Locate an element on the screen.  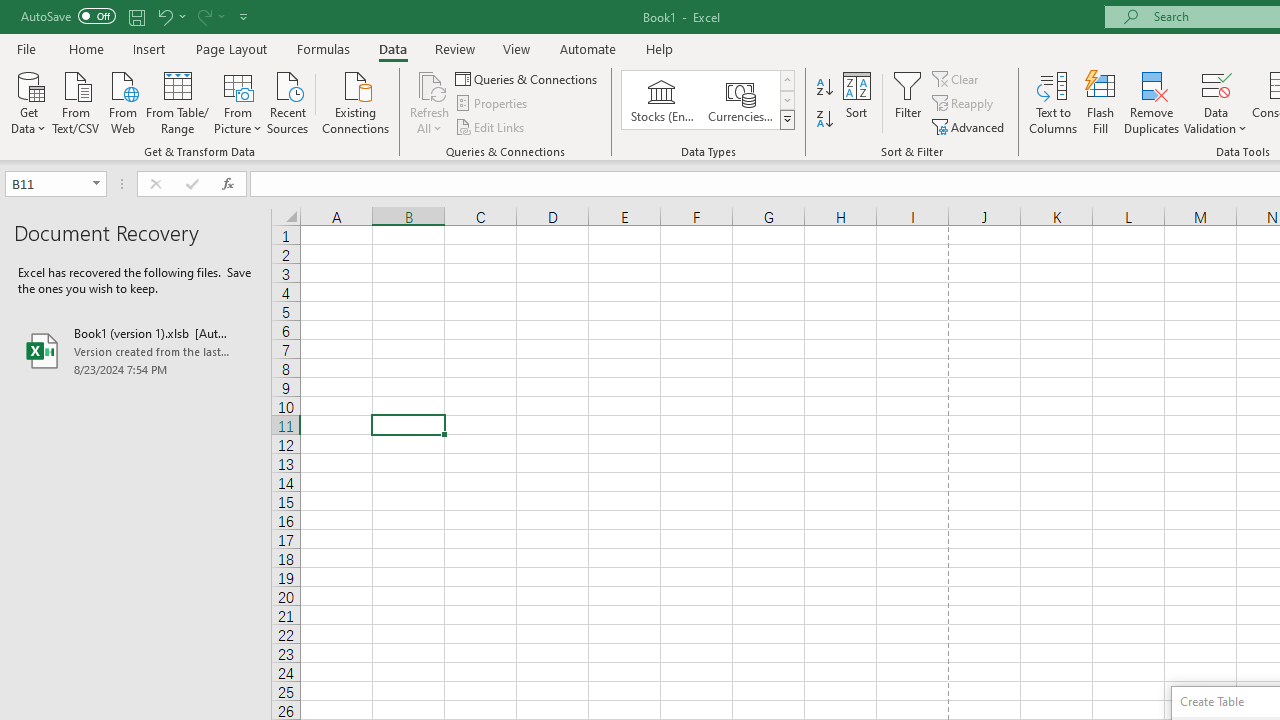
'Currencies (English)' is located at coordinates (739, 100).